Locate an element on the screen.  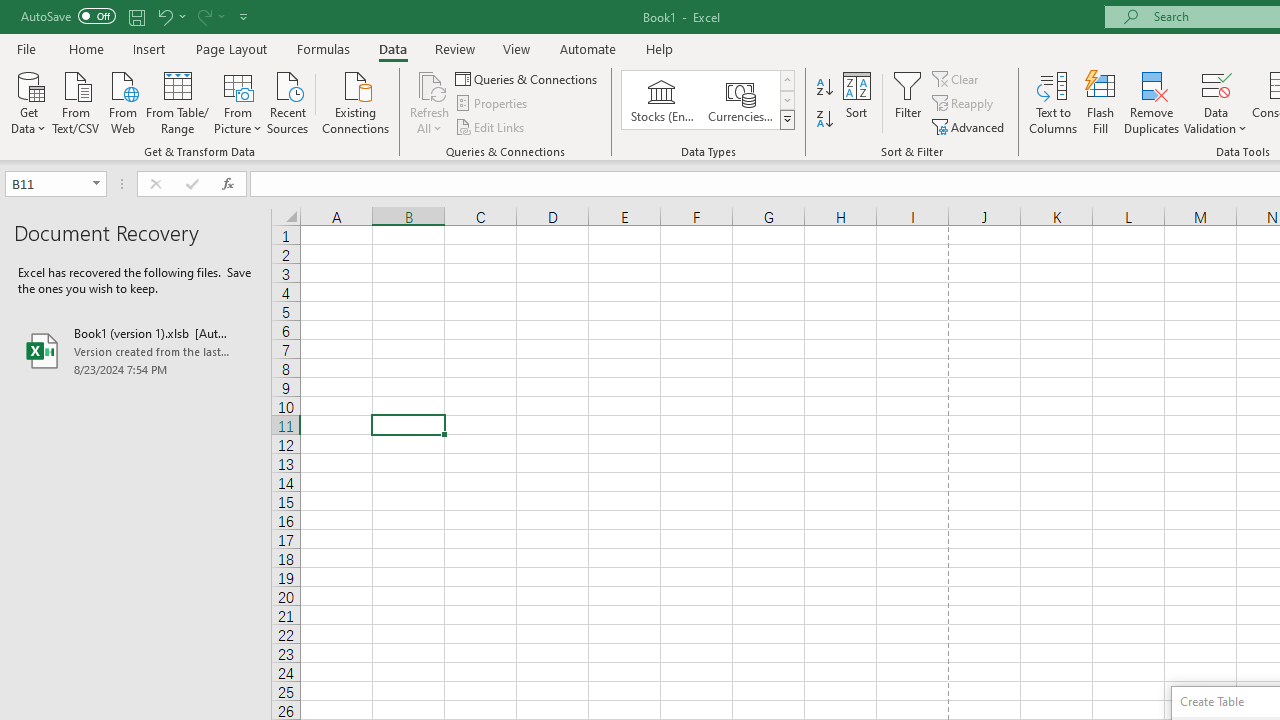
'Currencies (English)' is located at coordinates (739, 100).